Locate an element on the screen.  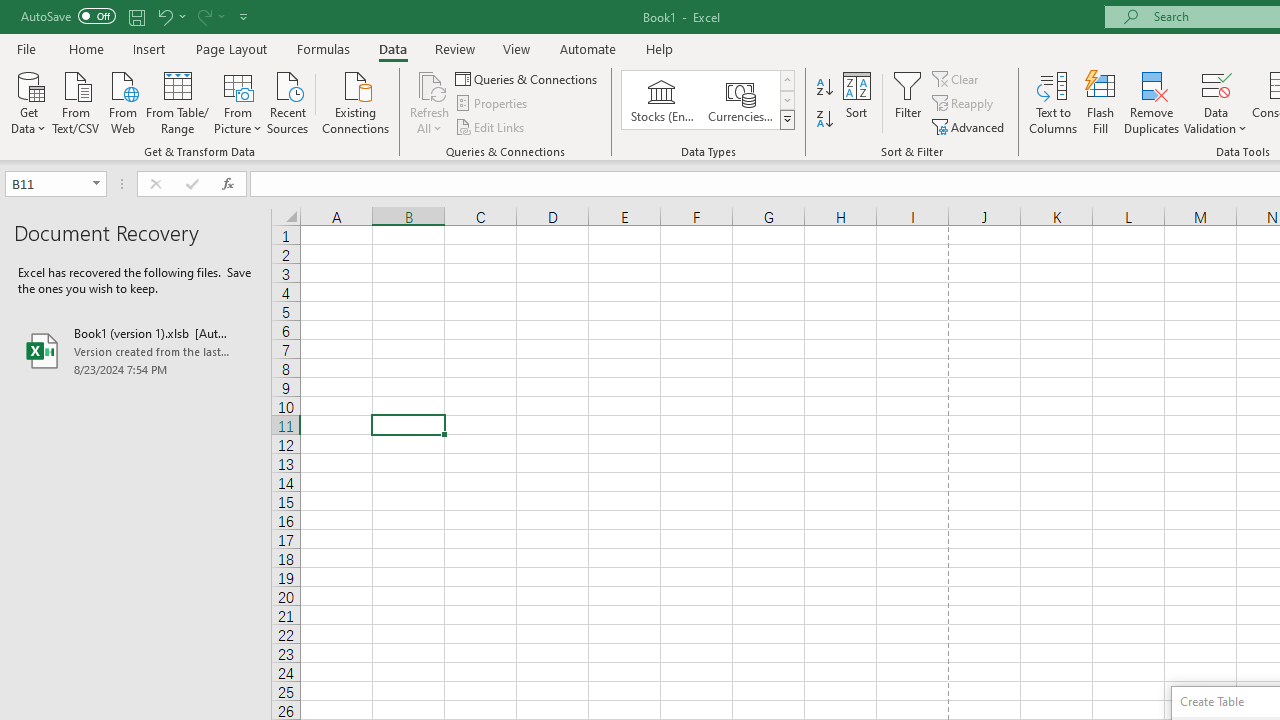
'Currencies (English)' is located at coordinates (739, 100).